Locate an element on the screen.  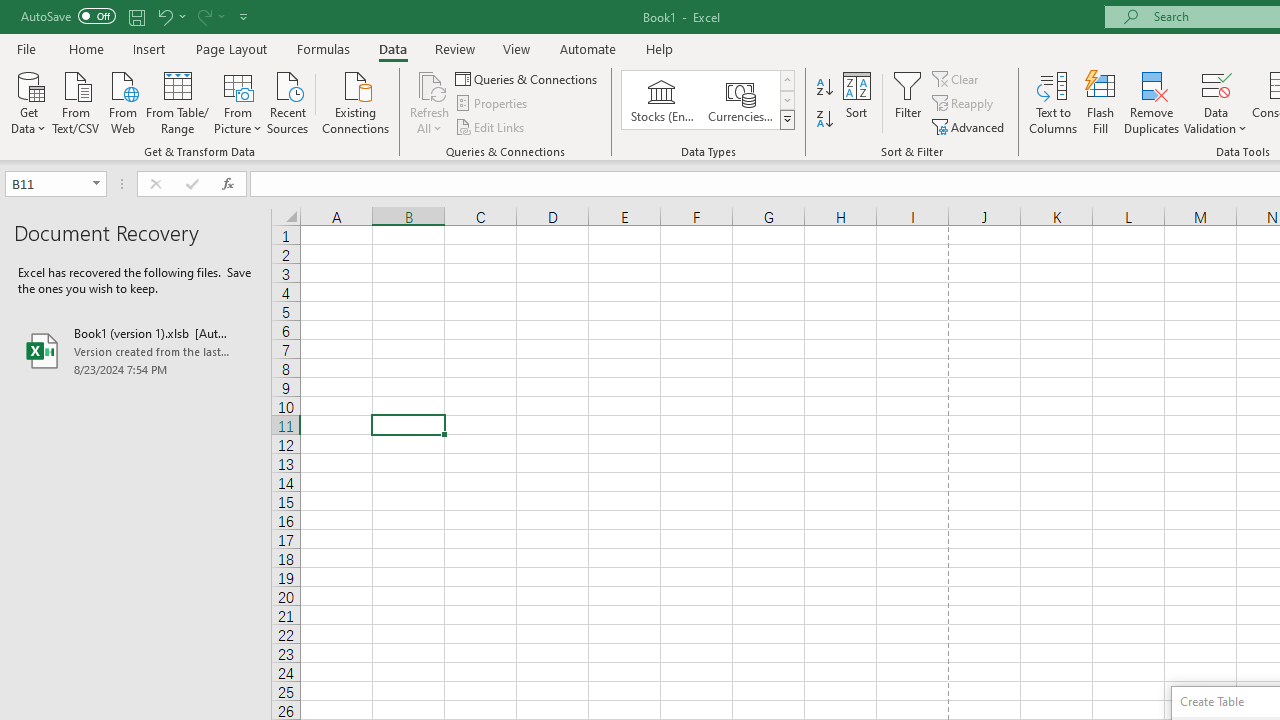
'Currencies (English)' is located at coordinates (739, 100).